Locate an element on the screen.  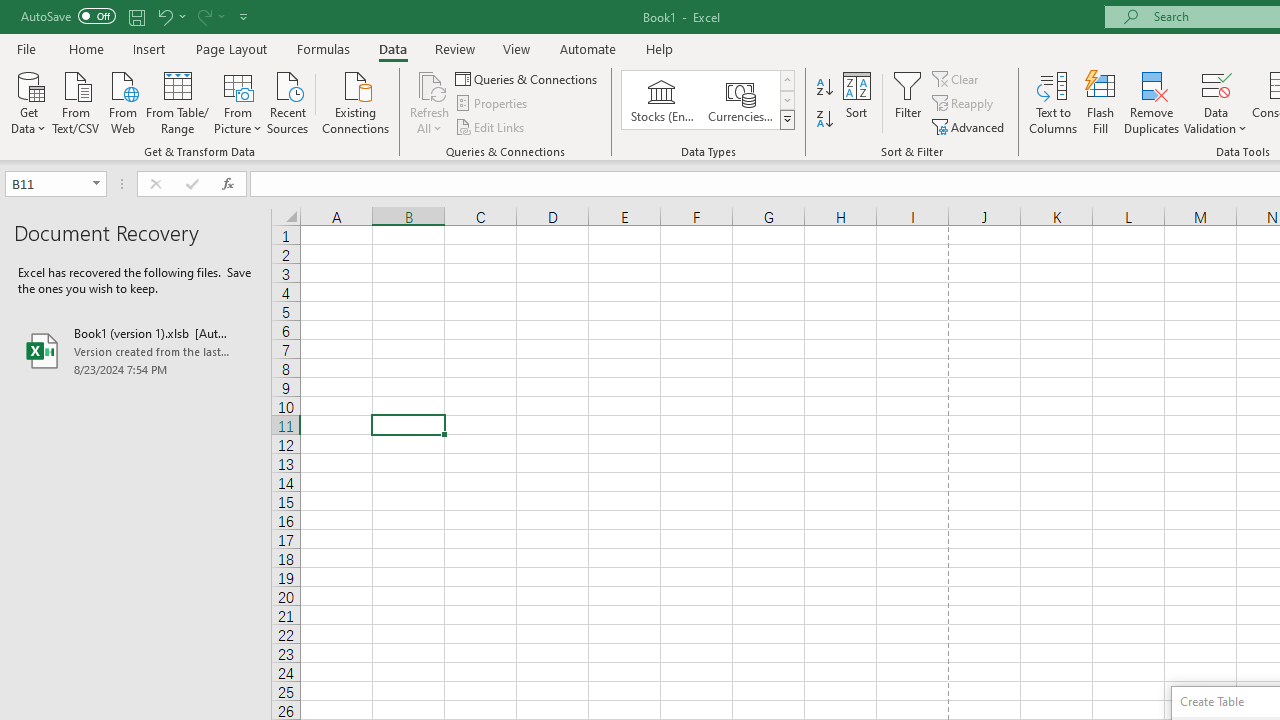
'Currencies (English)' is located at coordinates (739, 100).